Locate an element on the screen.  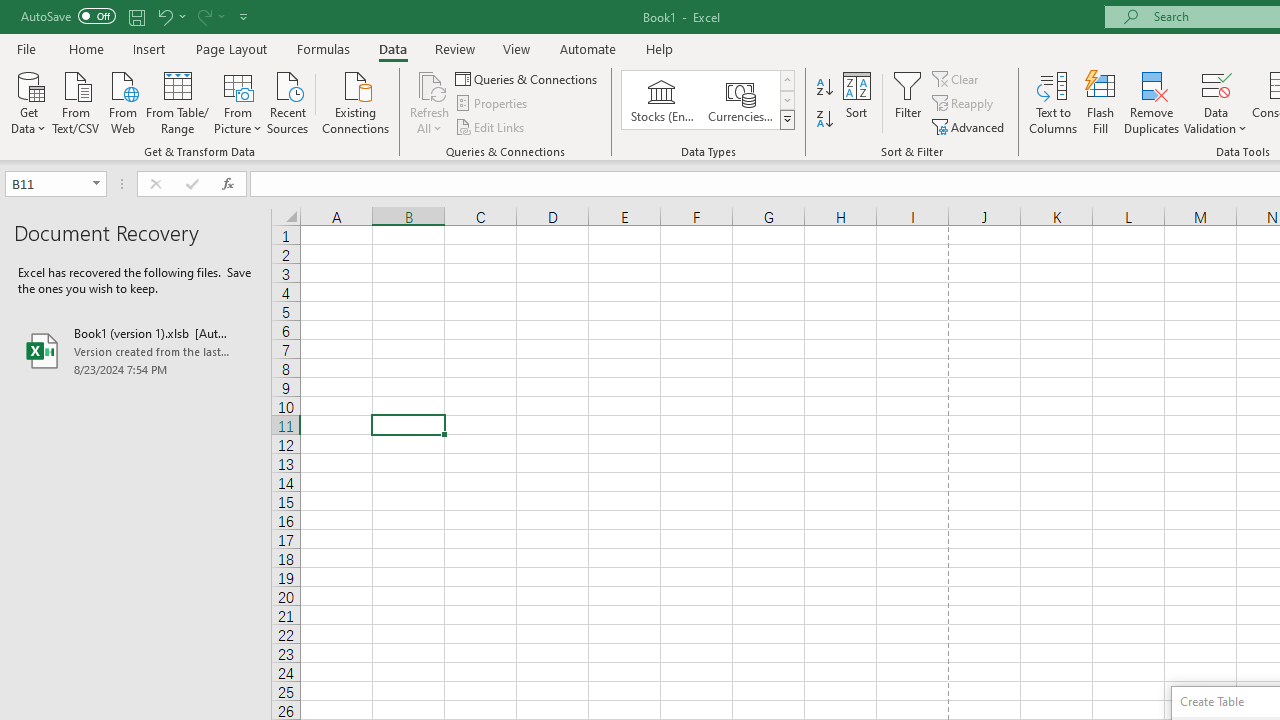
'Currencies (English)' is located at coordinates (739, 100).